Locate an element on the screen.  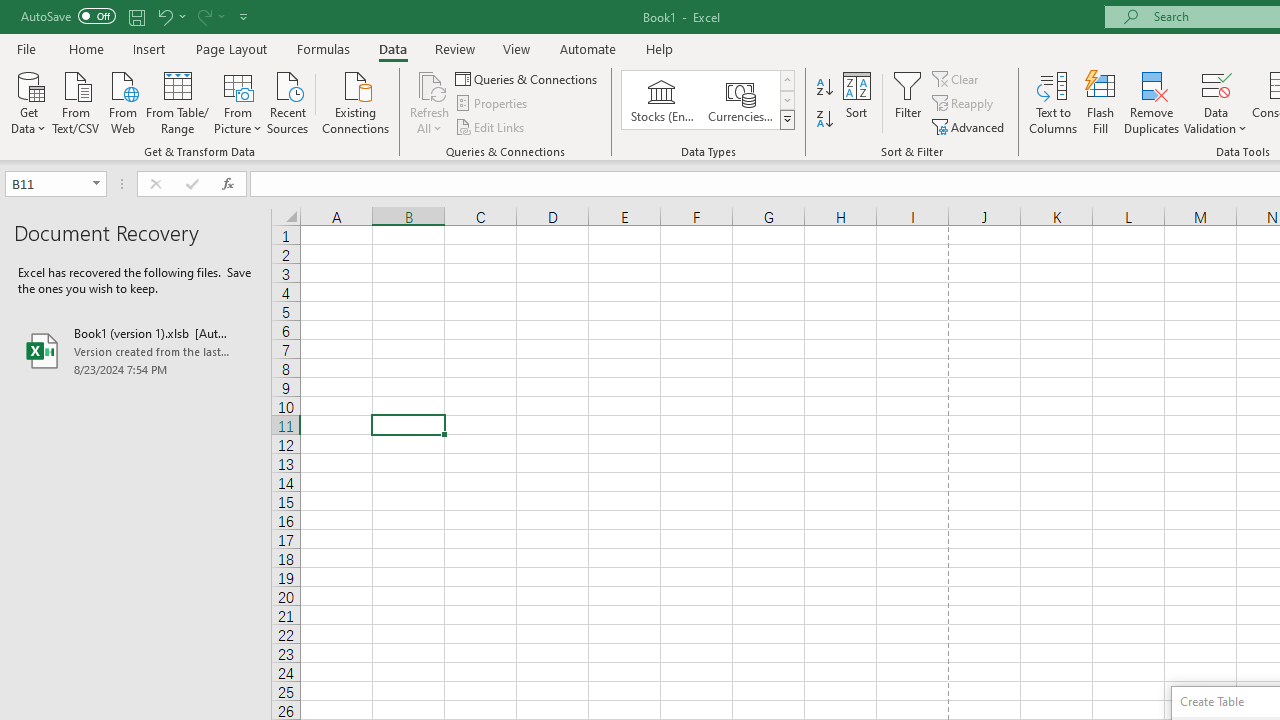
'Currencies (English)' is located at coordinates (739, 100).